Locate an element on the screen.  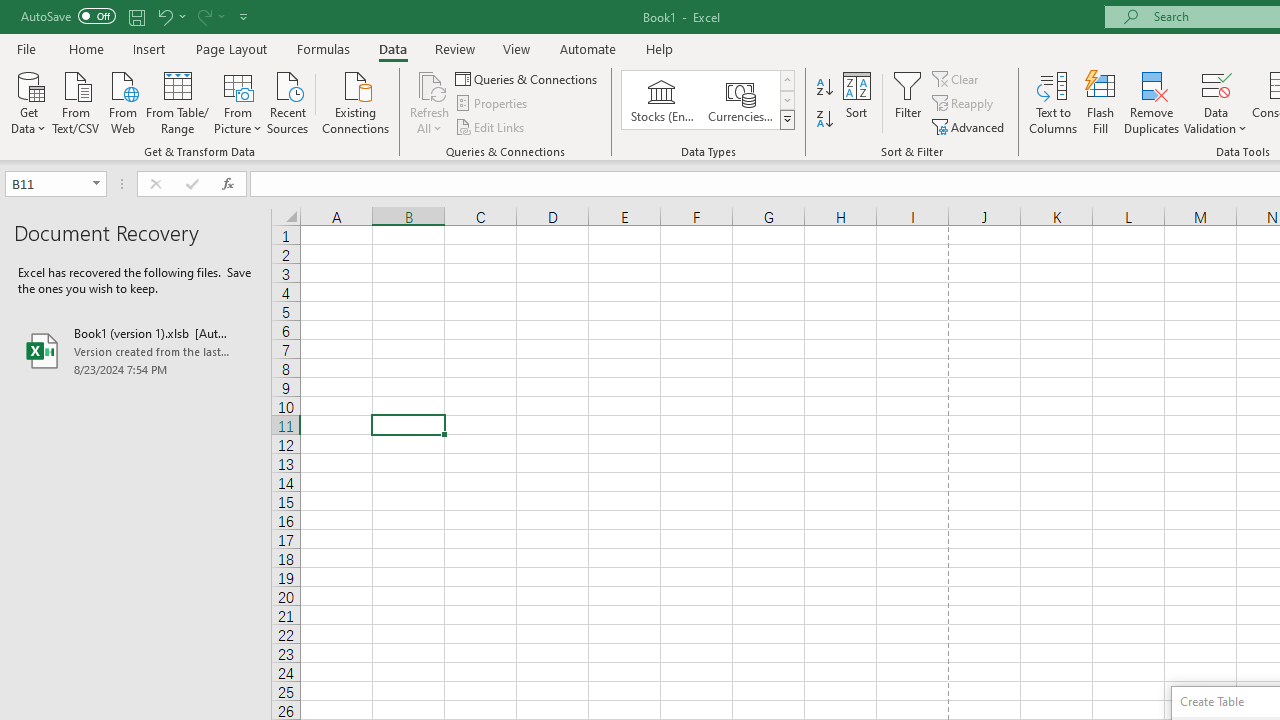
'Currencies (English)' is located at coordinates (739, 100).